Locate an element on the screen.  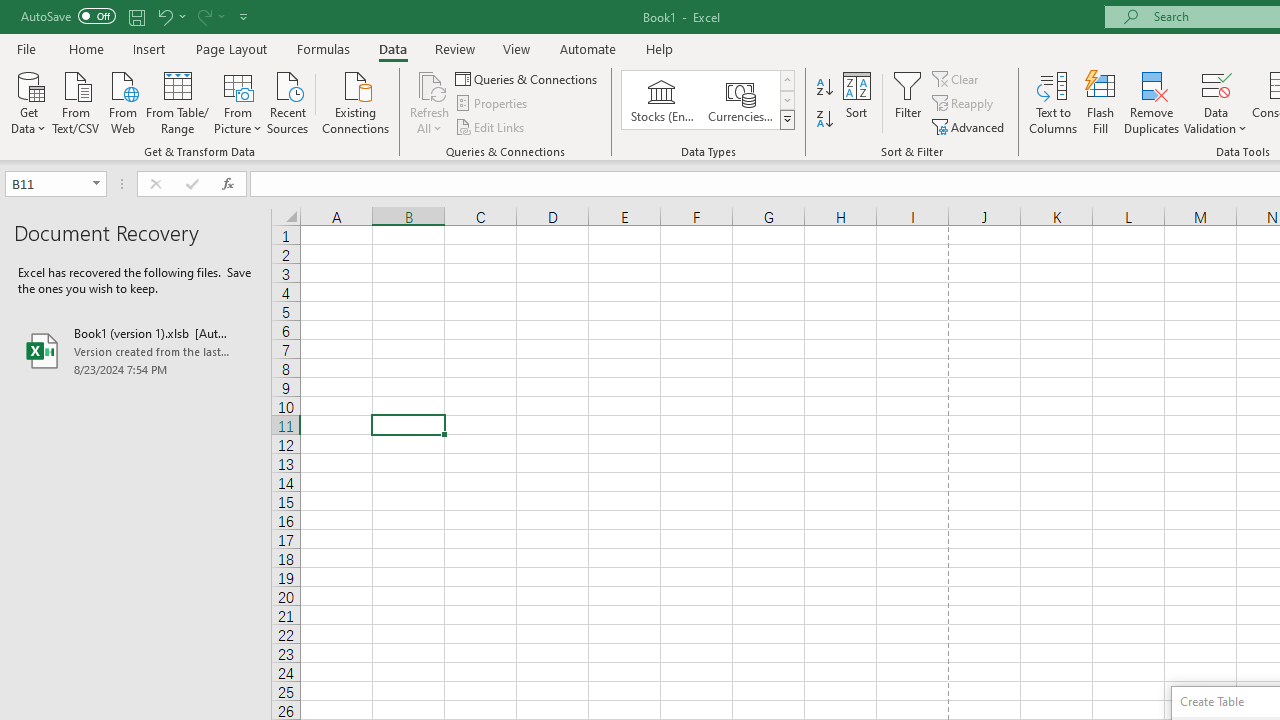
'Currencies (English)' is located at coordinates (739, 100).